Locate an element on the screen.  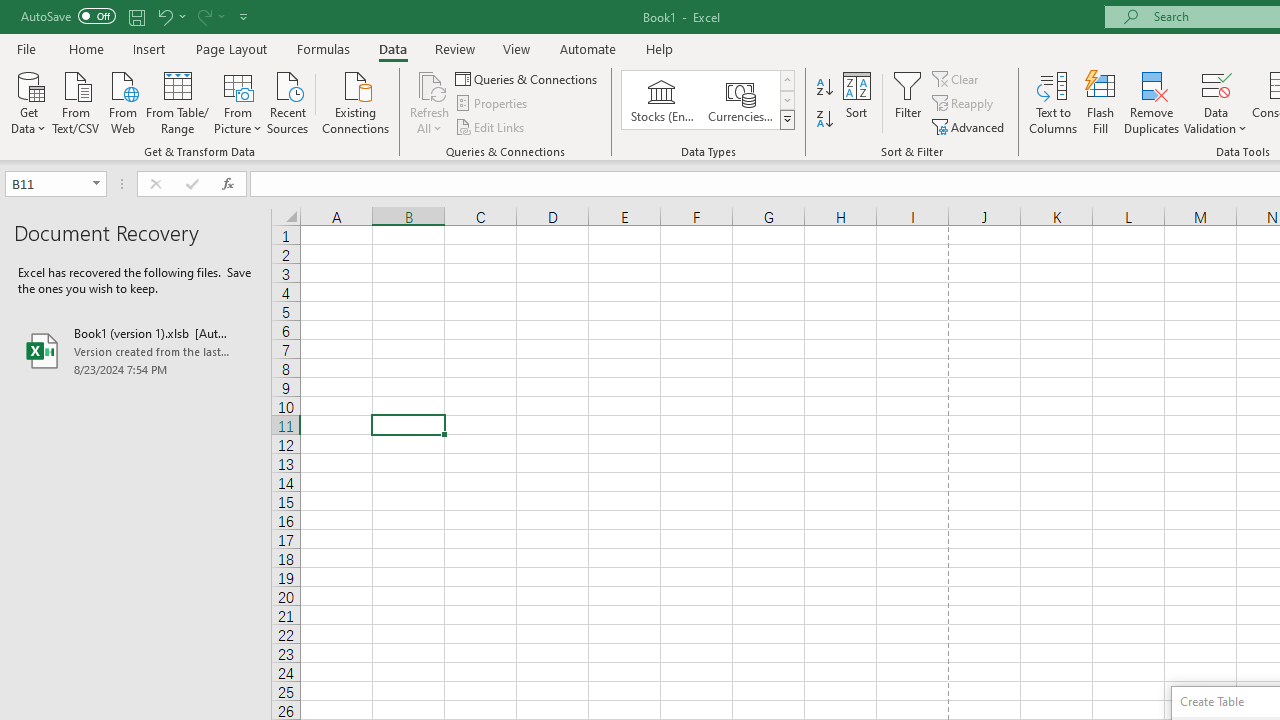
'Currencies (English)' is located at coordinates (739, 100).